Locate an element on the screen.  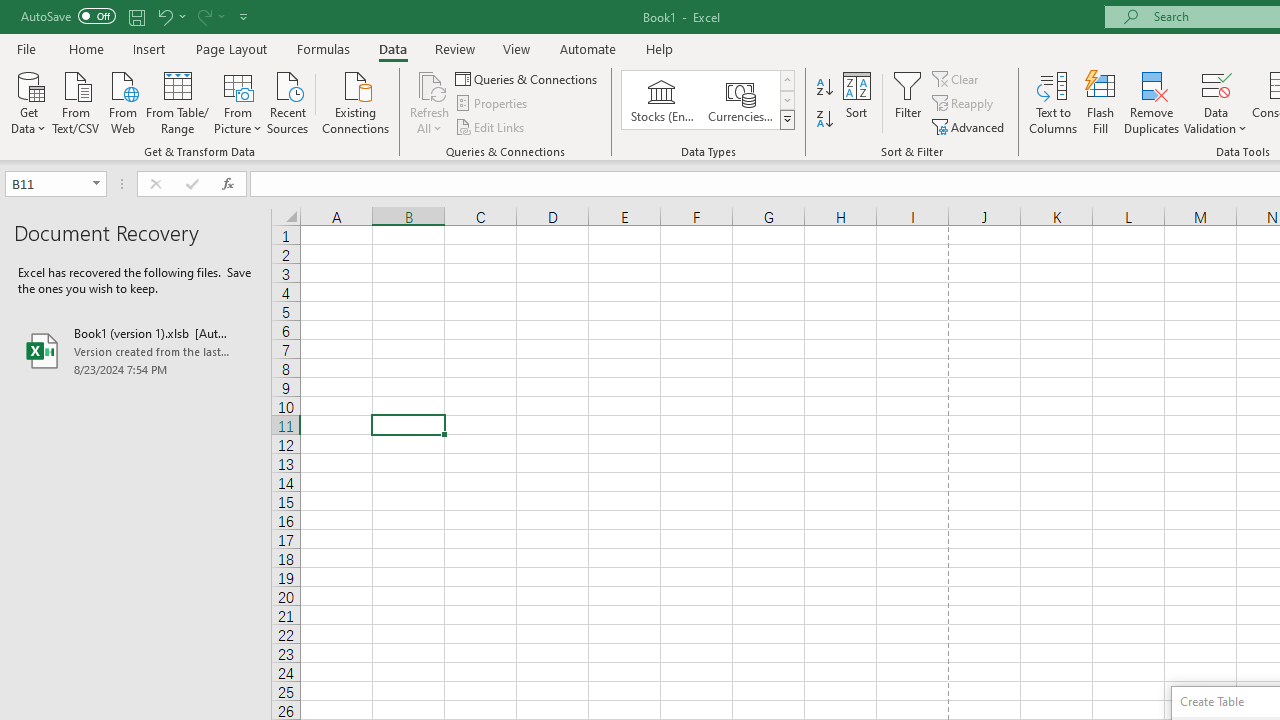
'Currencies (English)' is located at coordinates (739, 100).